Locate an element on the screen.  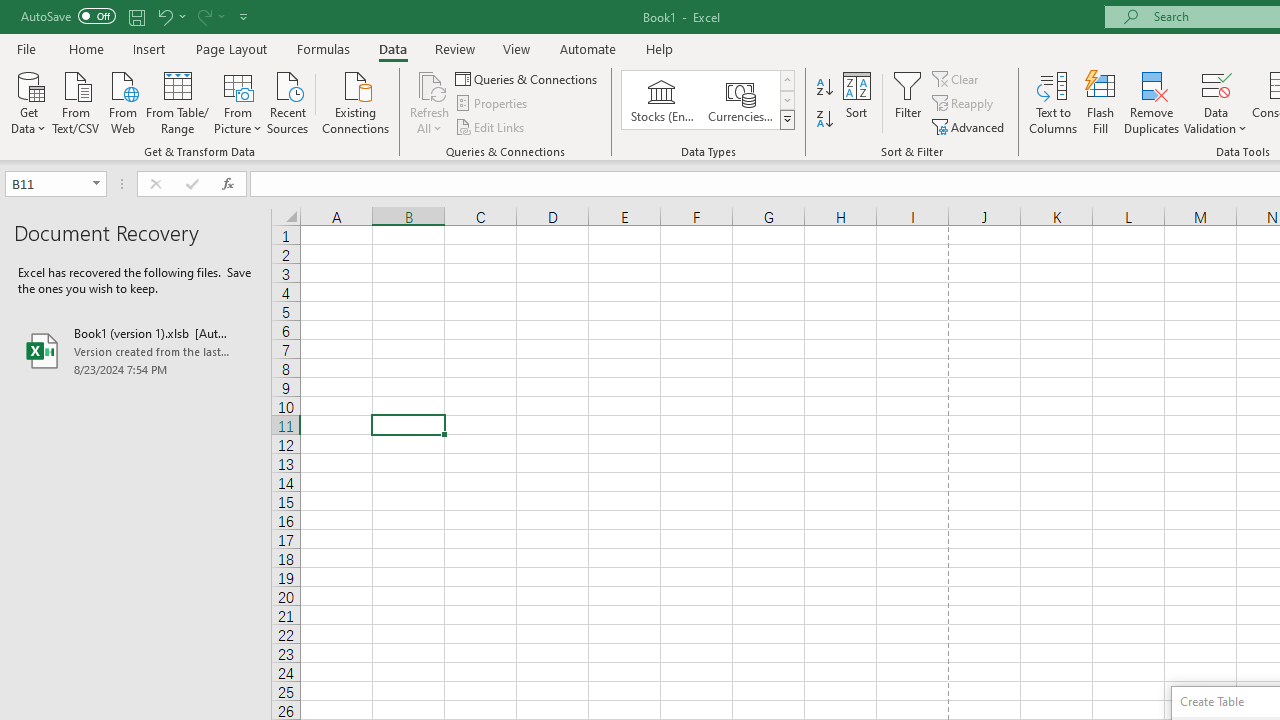
'Currencies (English)' is located at coordinates (739, 100).